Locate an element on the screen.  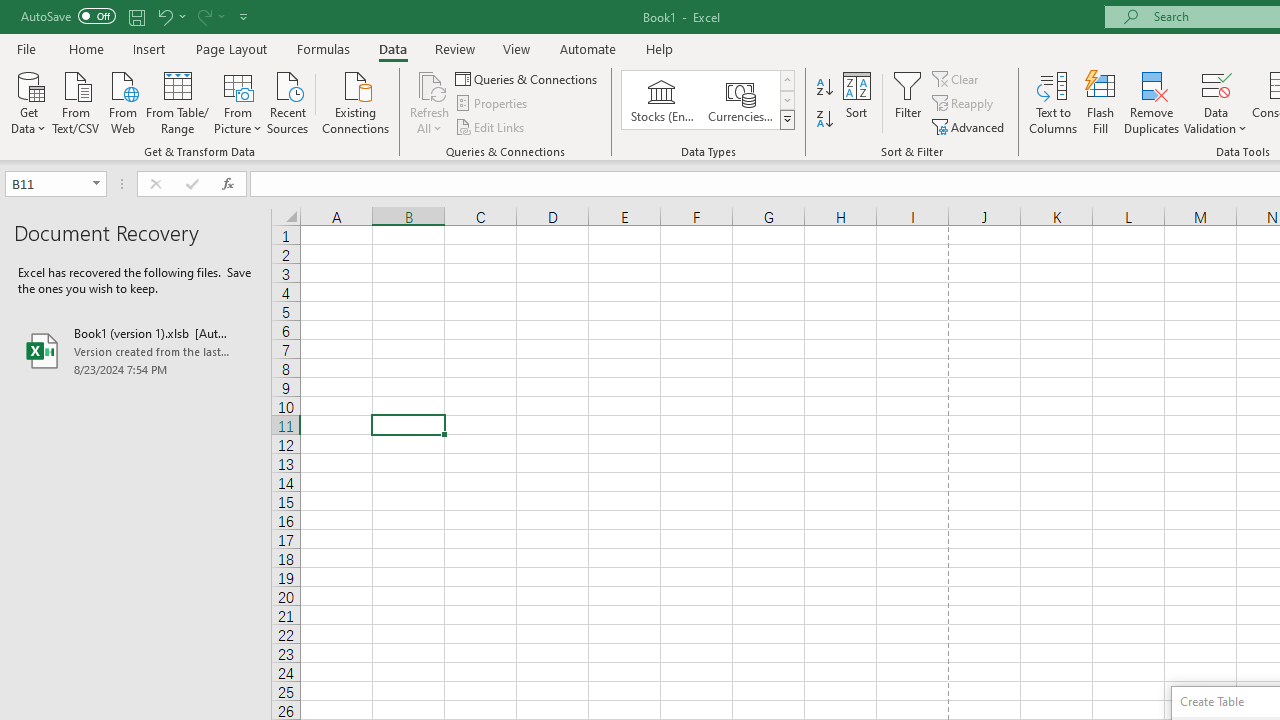
'Currencies (English)' is located at coordinates (739, 100).